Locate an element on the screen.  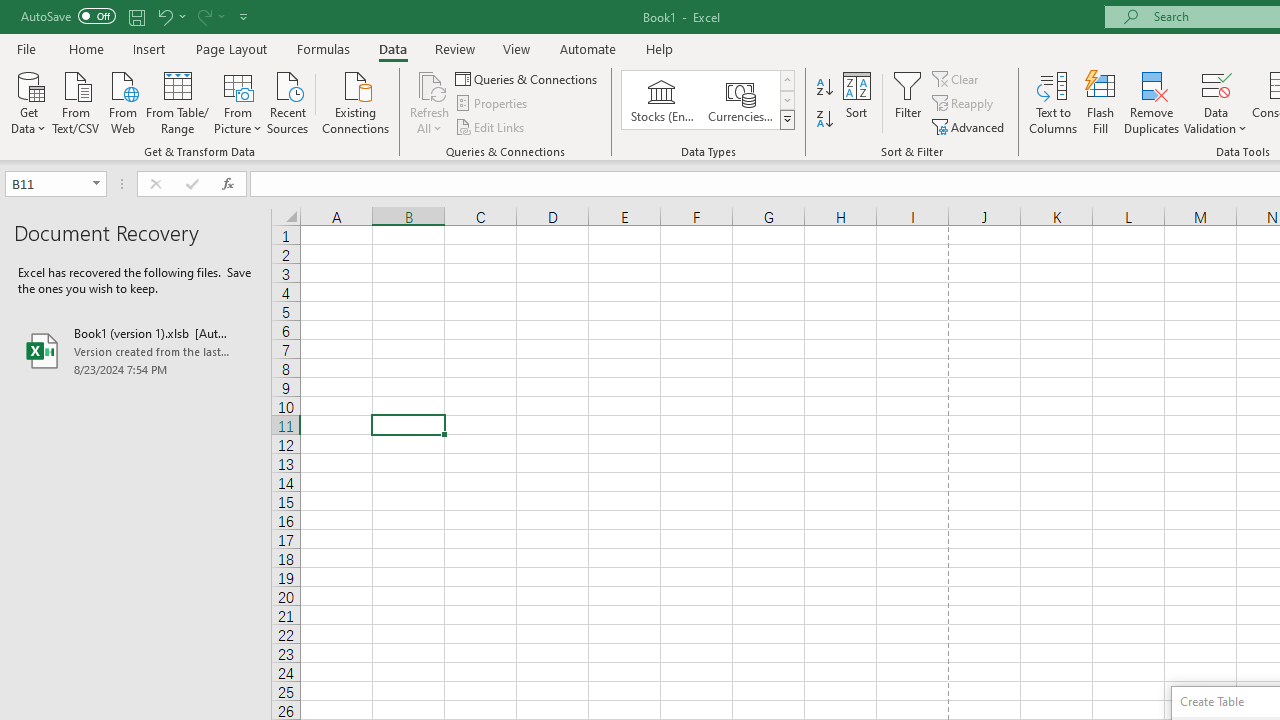
'Currencies (English)' is located at coordinates (739, 100).